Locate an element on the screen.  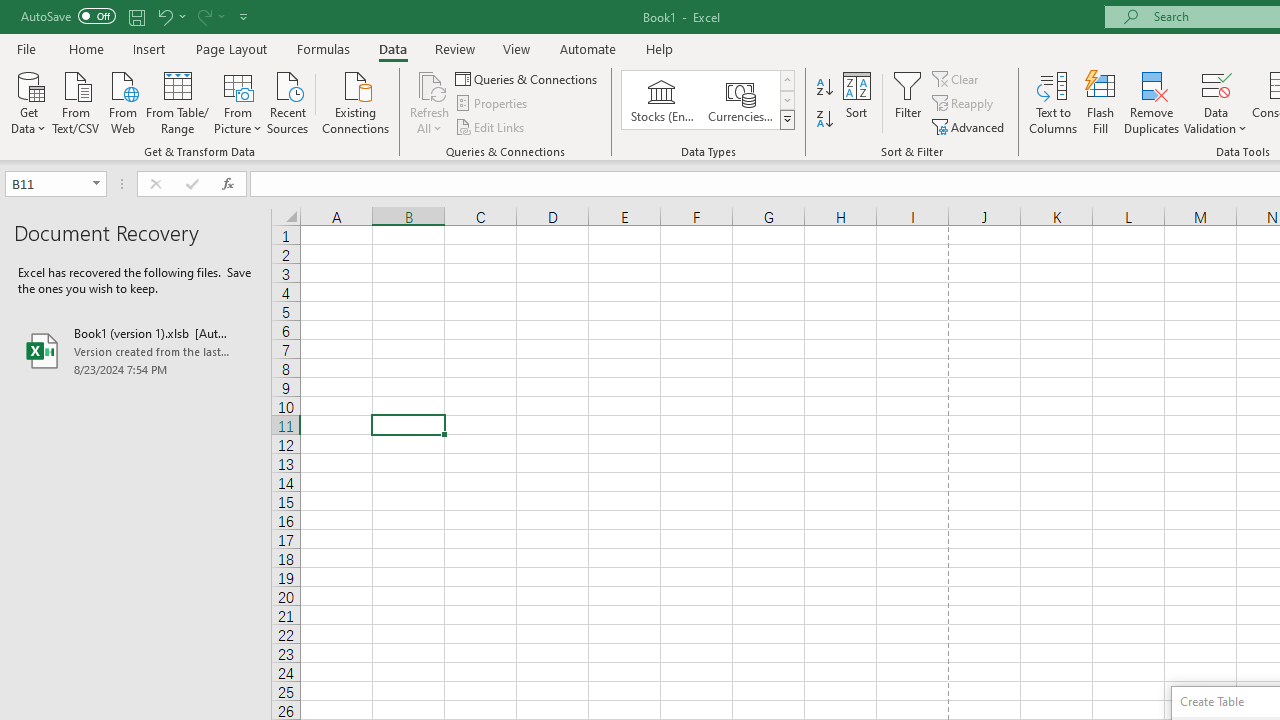
'Currencies (English)' is located at coordinates (739, 100).